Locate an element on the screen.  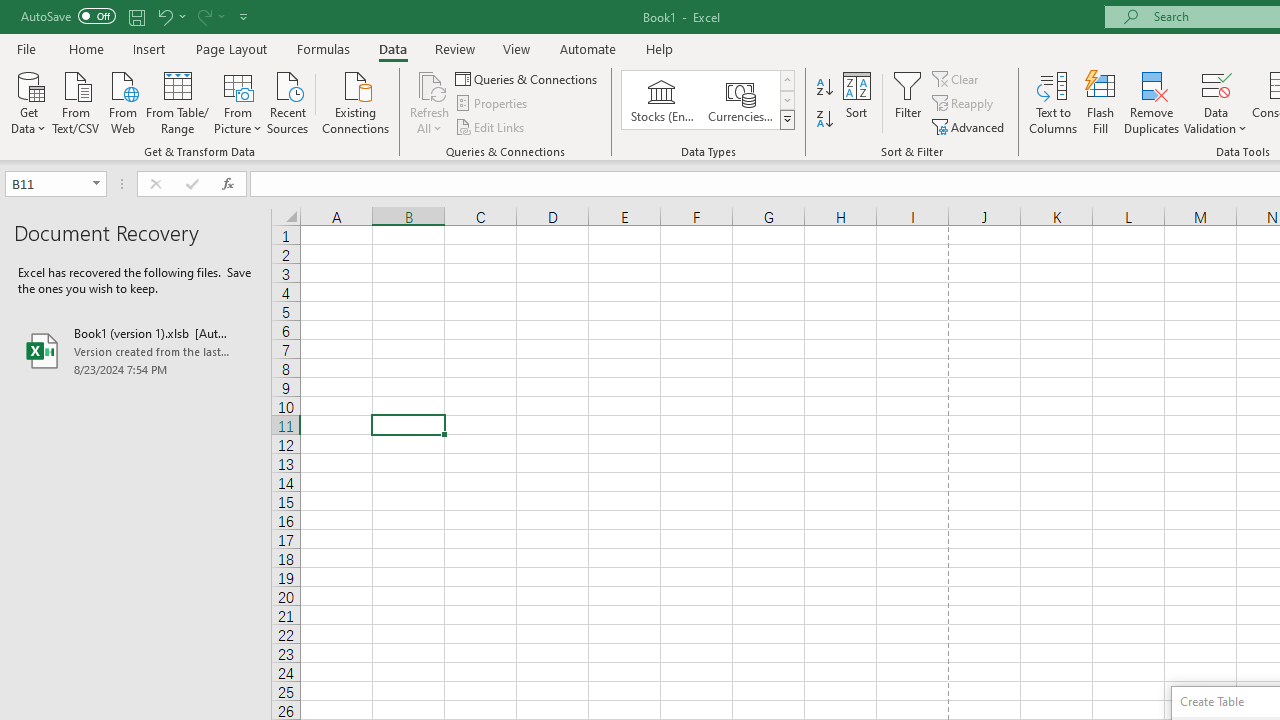
'Currencies (English)' is located at coordinates (739, 100).